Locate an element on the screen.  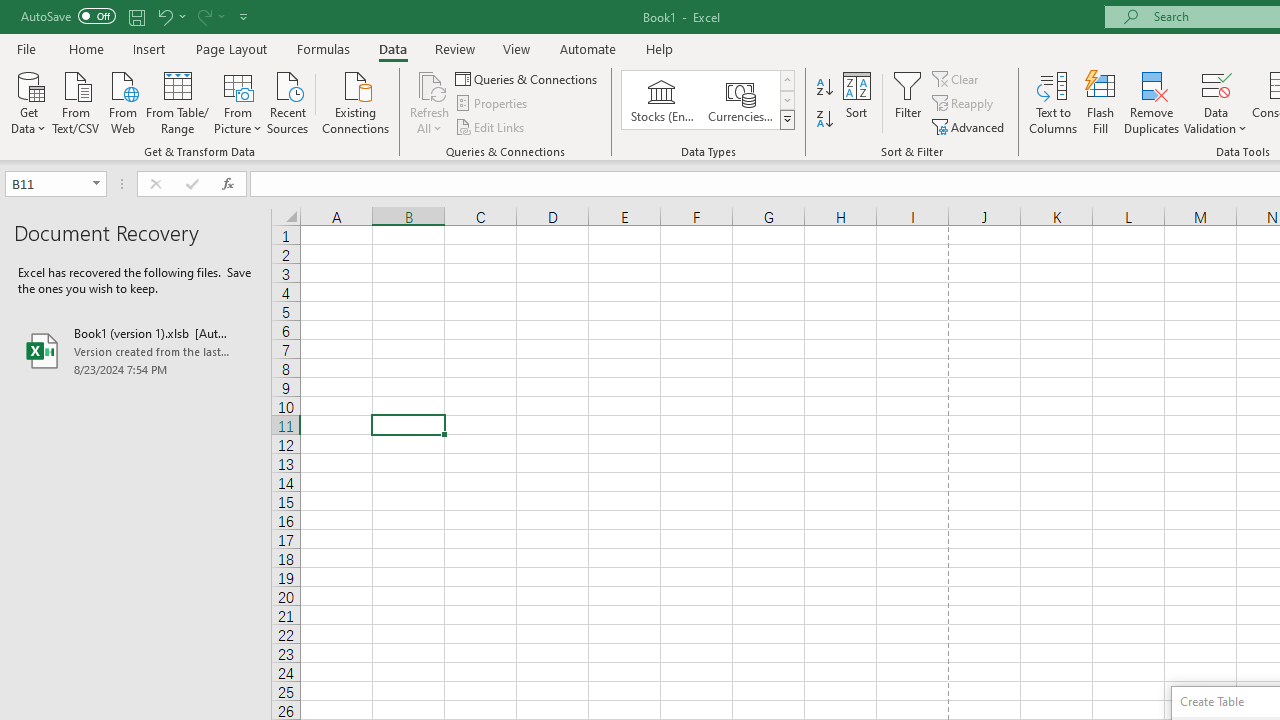
'Currencies (English)' is located at coordinates (739, 100).